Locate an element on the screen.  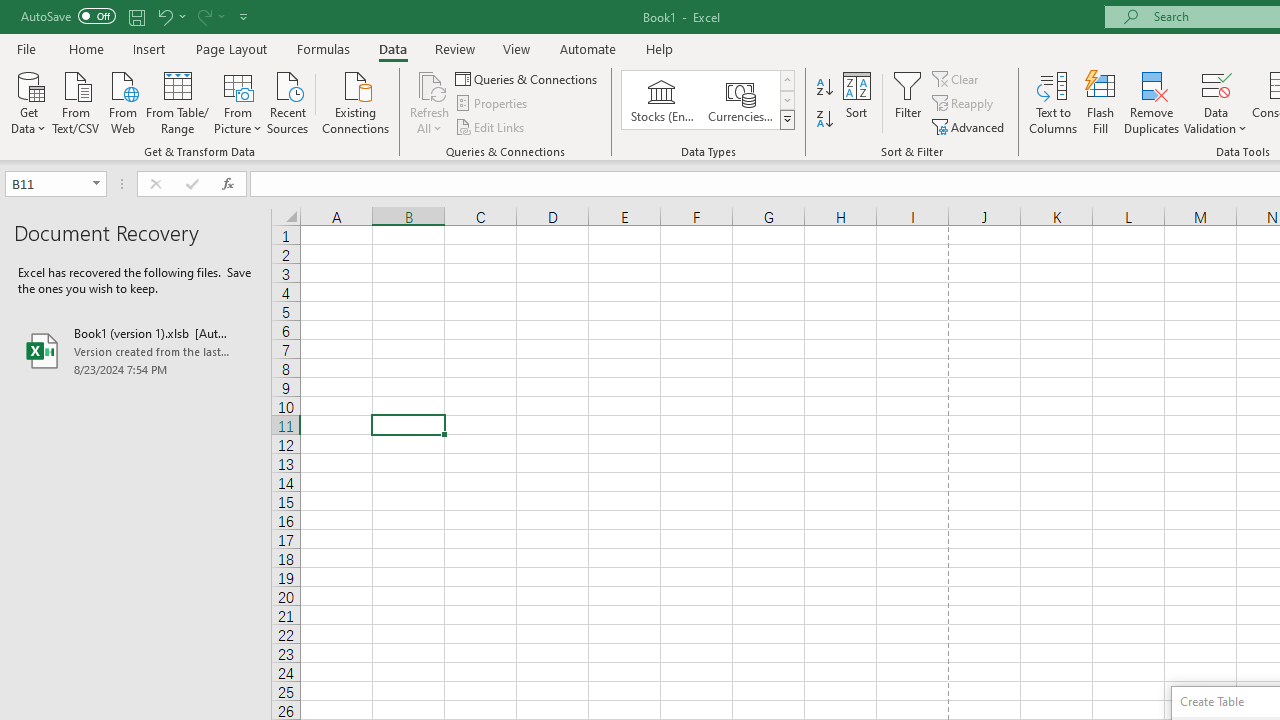
'Currencies (English)' is located at coordinates (739, 100).